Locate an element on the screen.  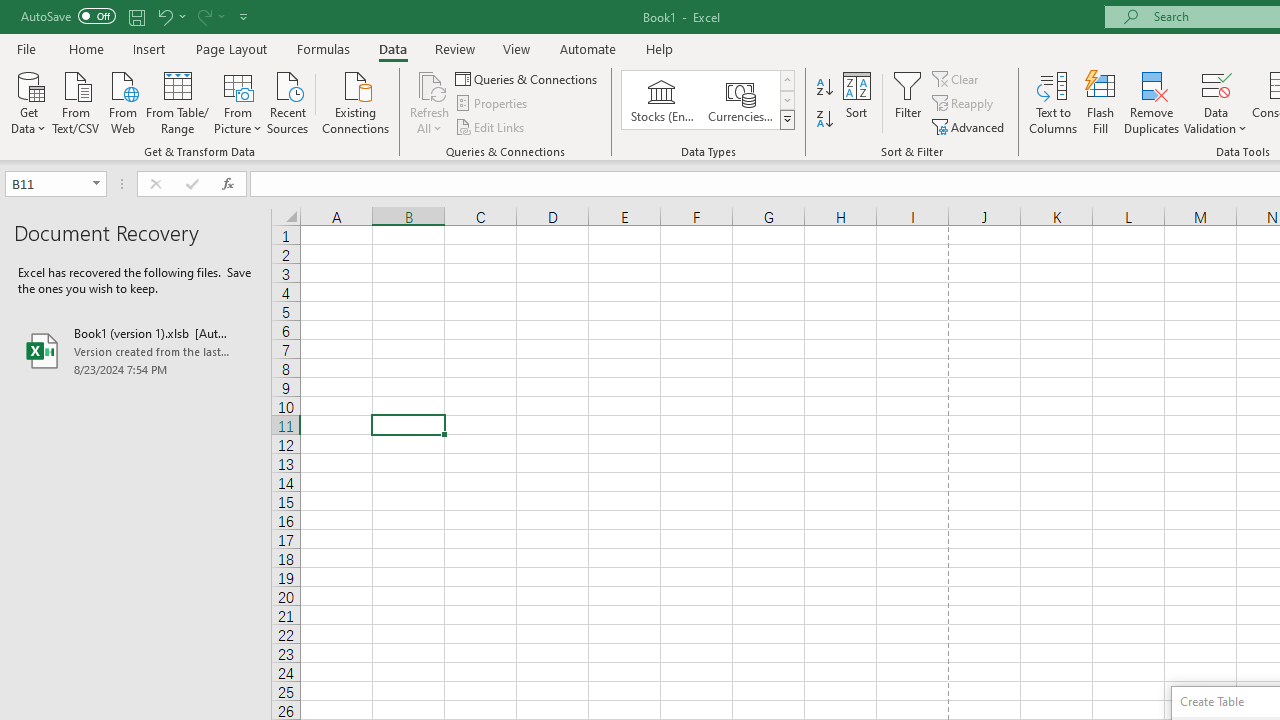
'Currencies (English)' is located at coordinates (739, 100).